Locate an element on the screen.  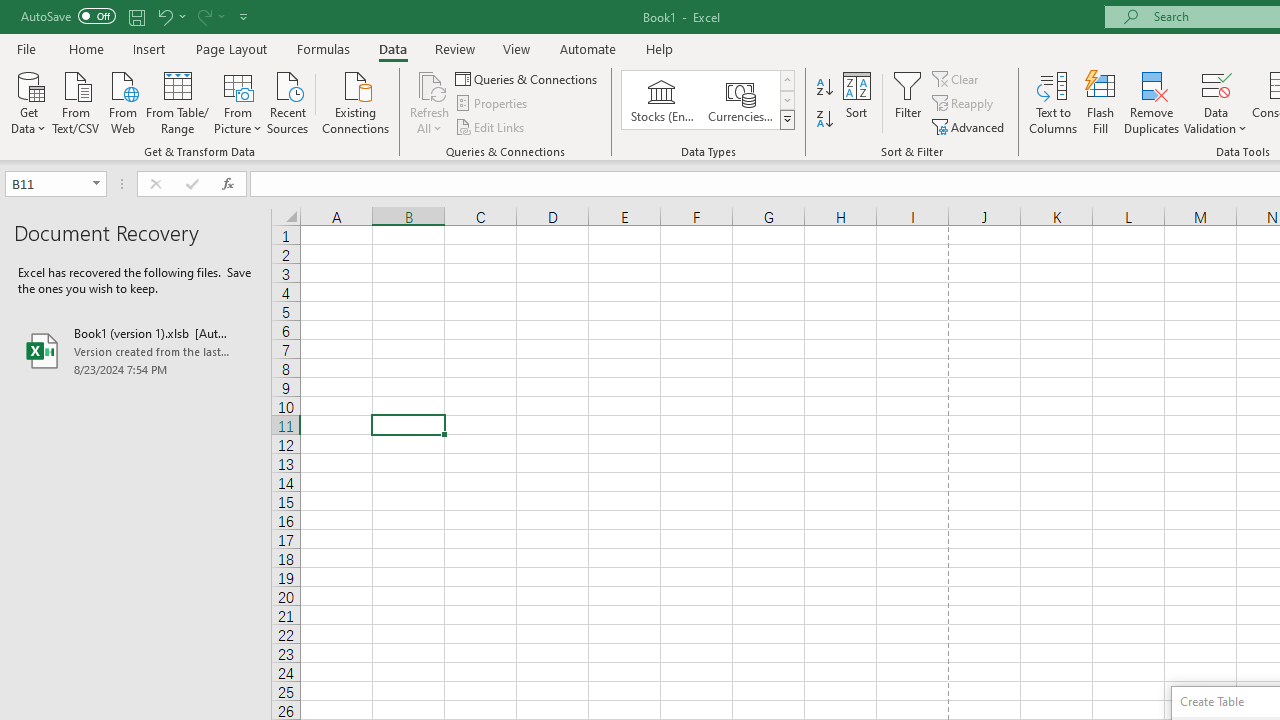
'Currencies (English)' is located at coordinates (739, 100).